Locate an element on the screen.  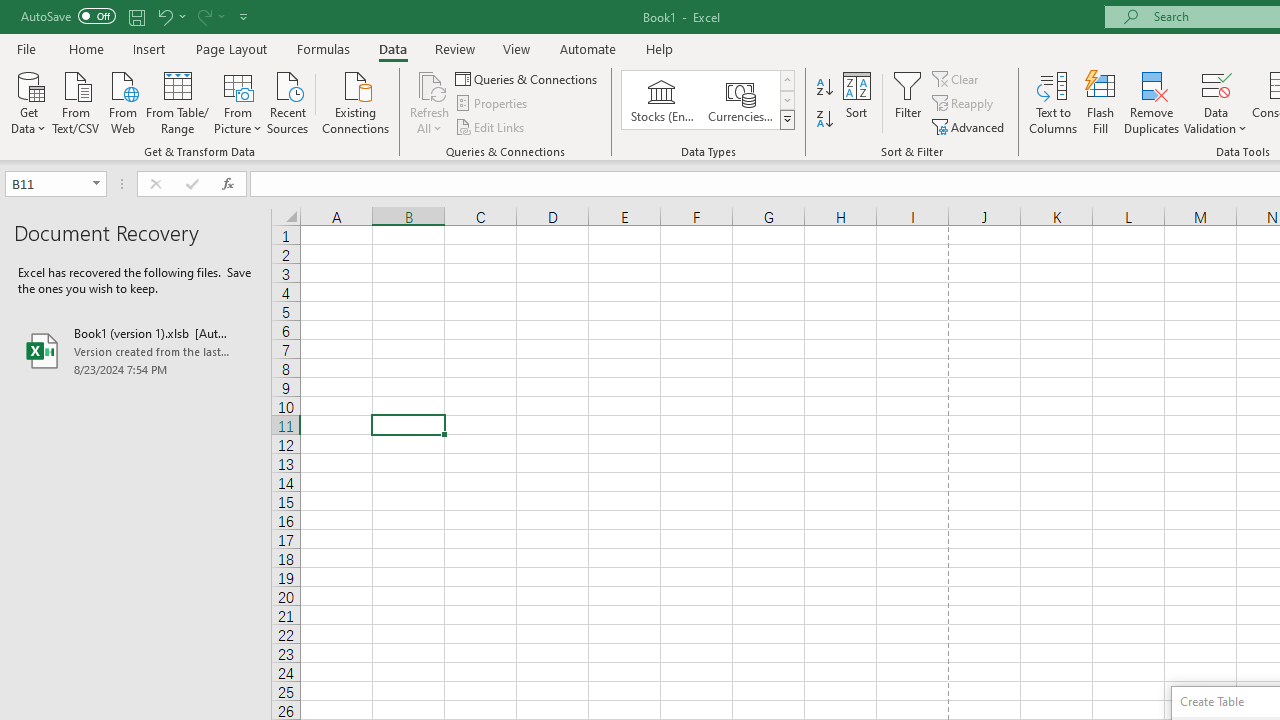
'Currencies (English)' is located at coordinates (739, 100).